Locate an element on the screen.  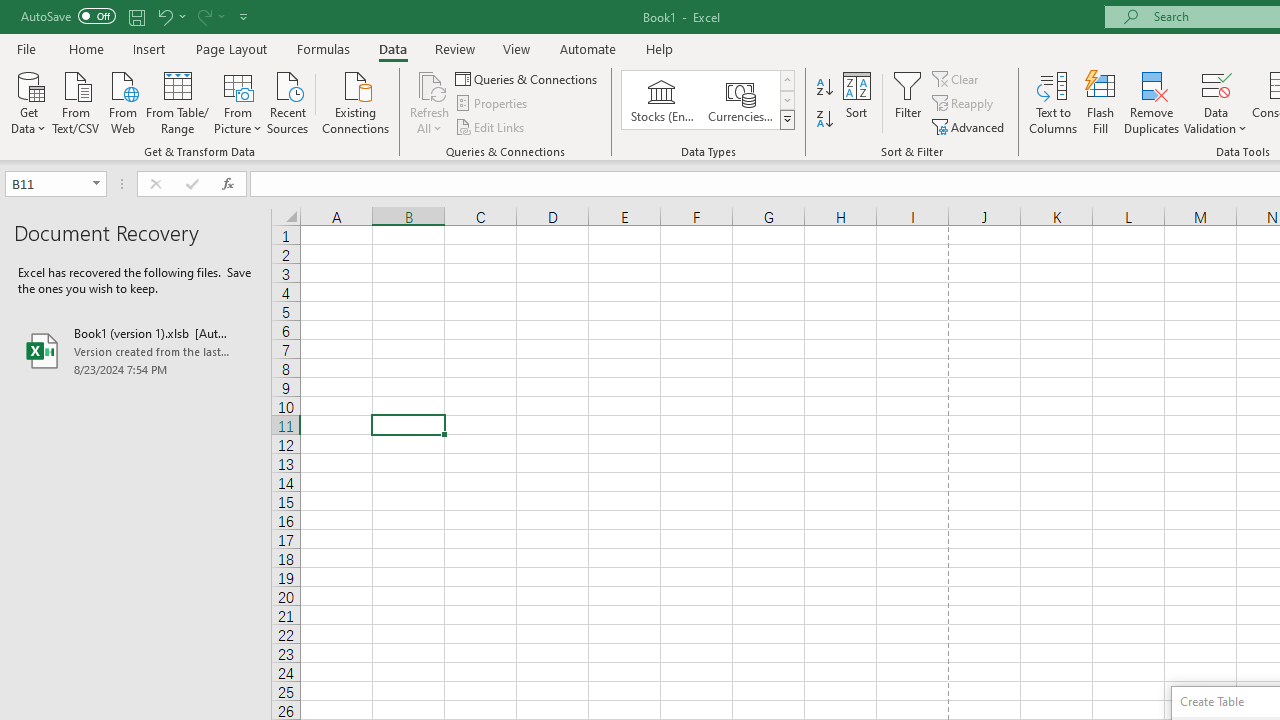
'Currencies (English)' is located at coordinates (739, 100).